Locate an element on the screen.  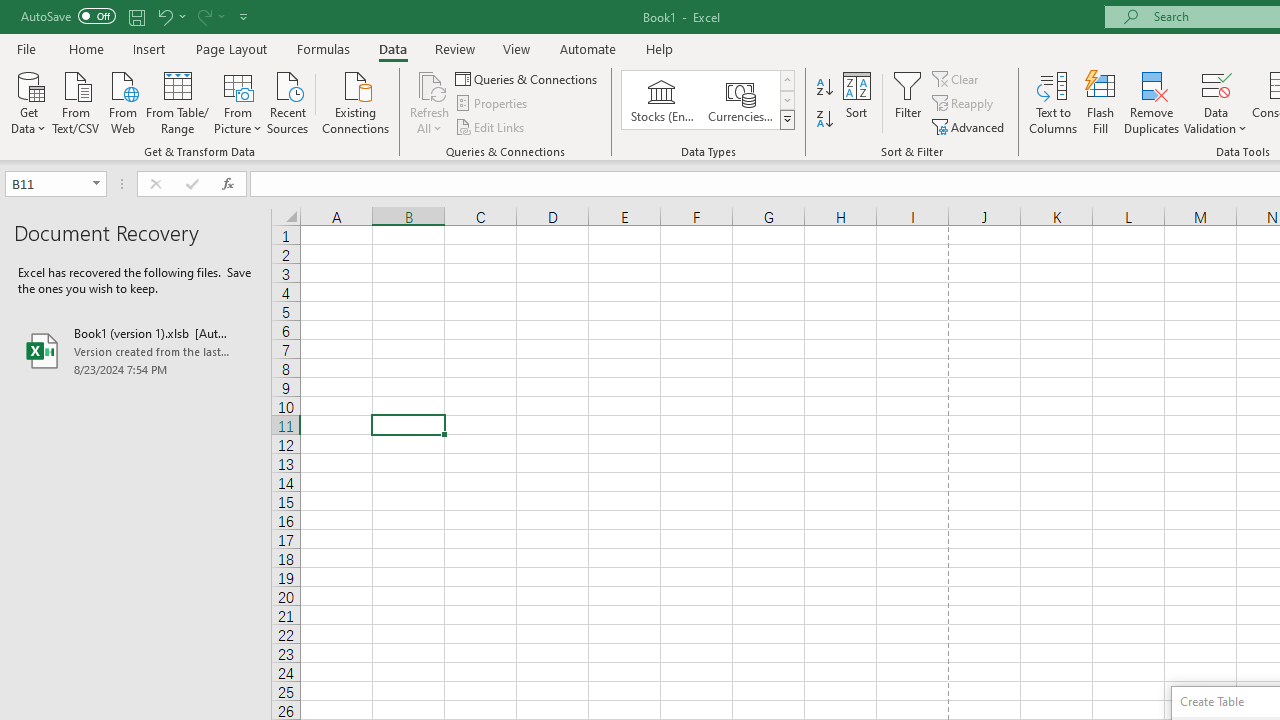
'Currencies (English)' is located at coordinates (739, 100).